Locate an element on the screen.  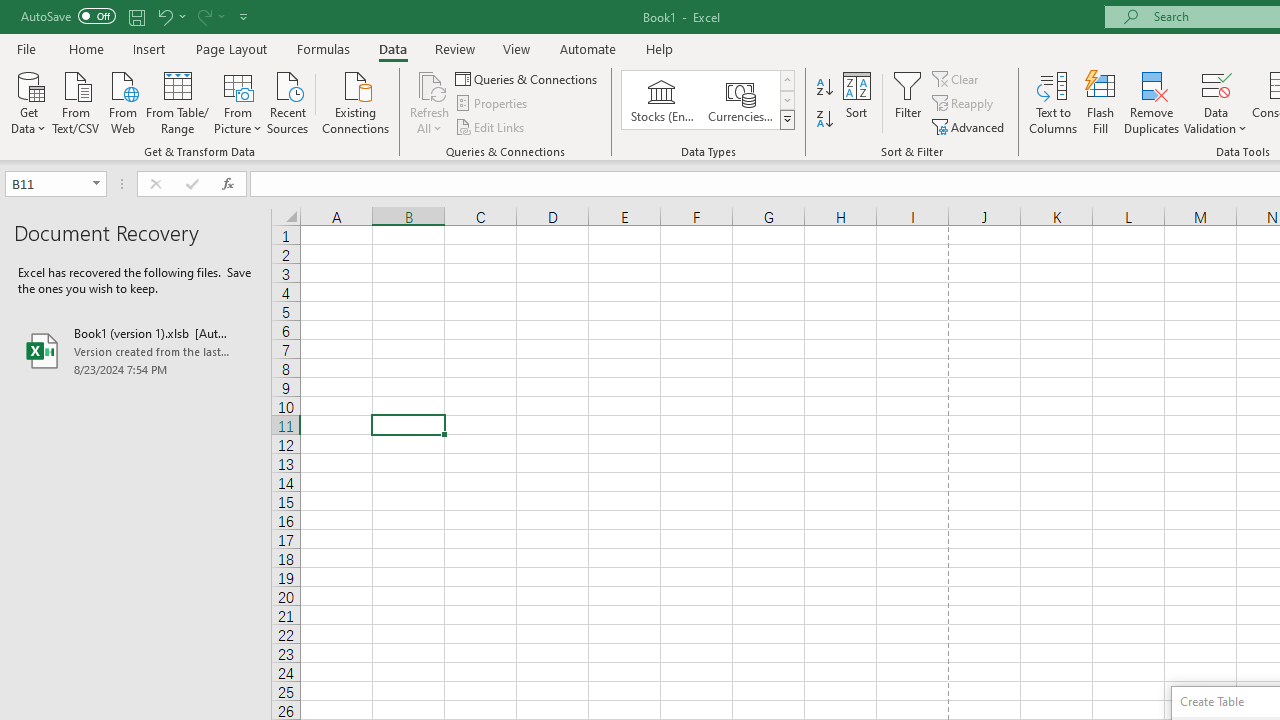
'Currencies (English)' is located at coordinates (739, 100).